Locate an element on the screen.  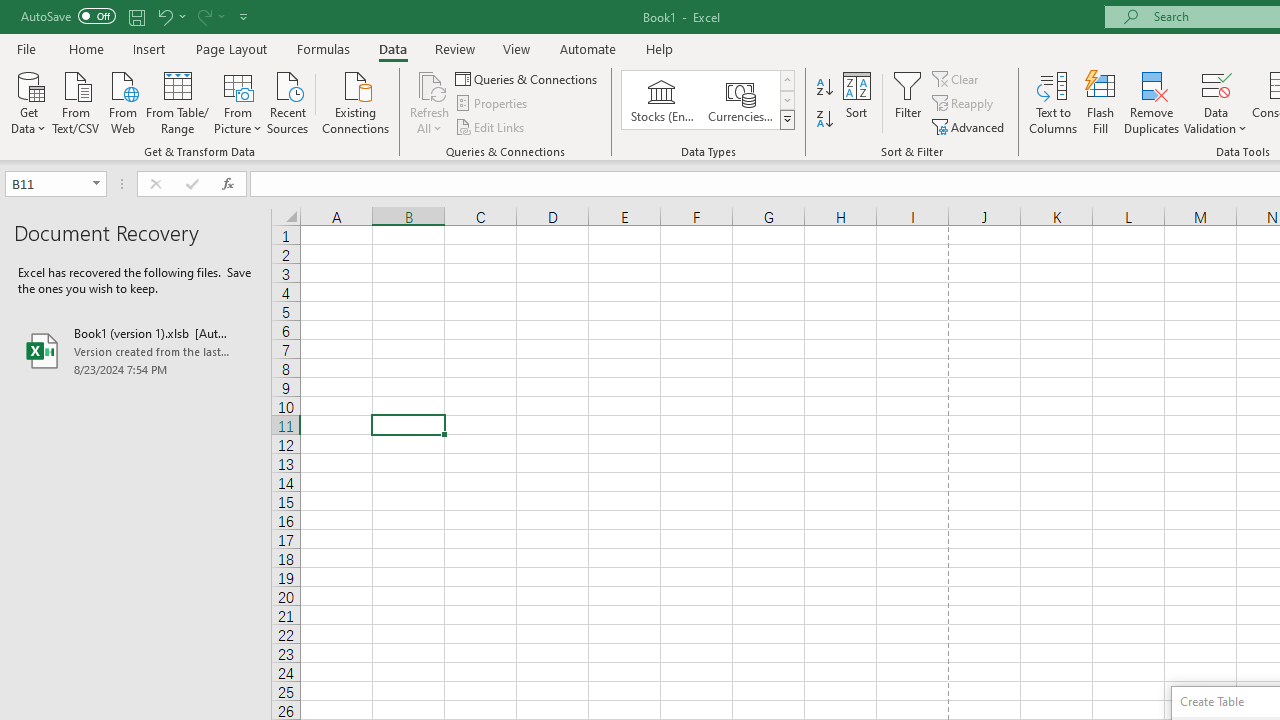
'Currencies (English)' is located at coordinates (739, 100).